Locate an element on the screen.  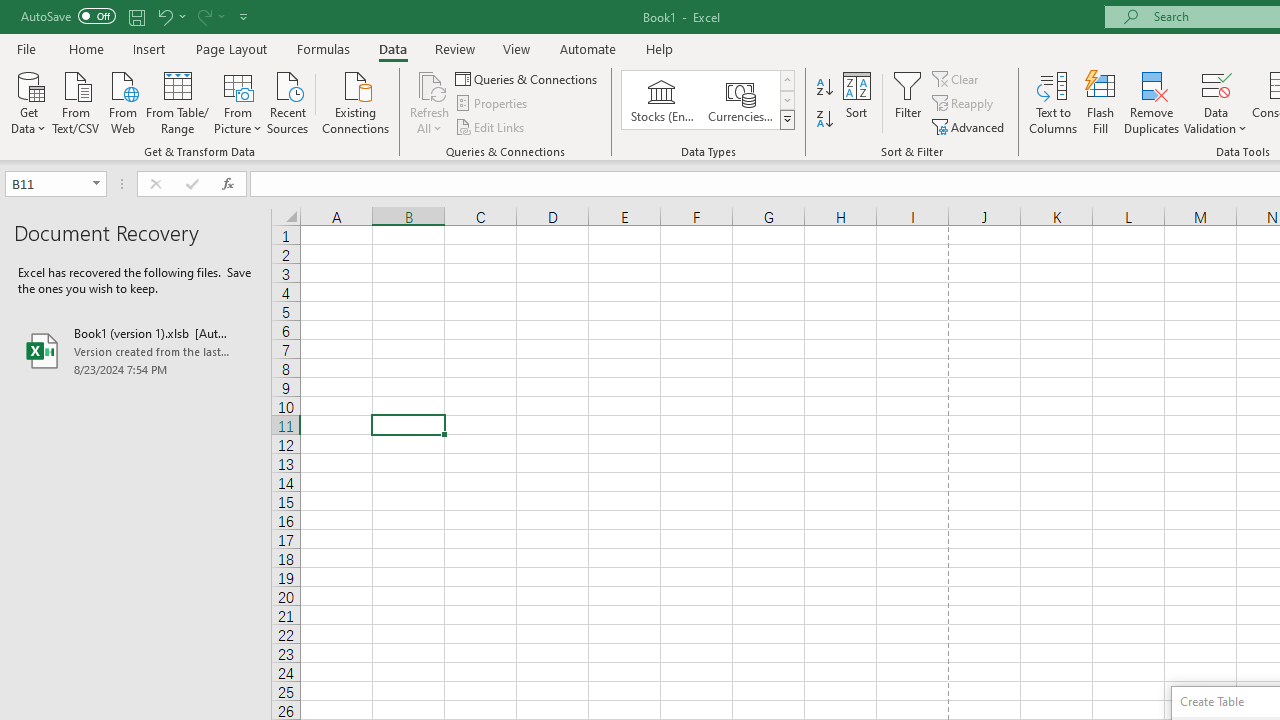
'Currencies (English)' is located at coordinates (739, 100).